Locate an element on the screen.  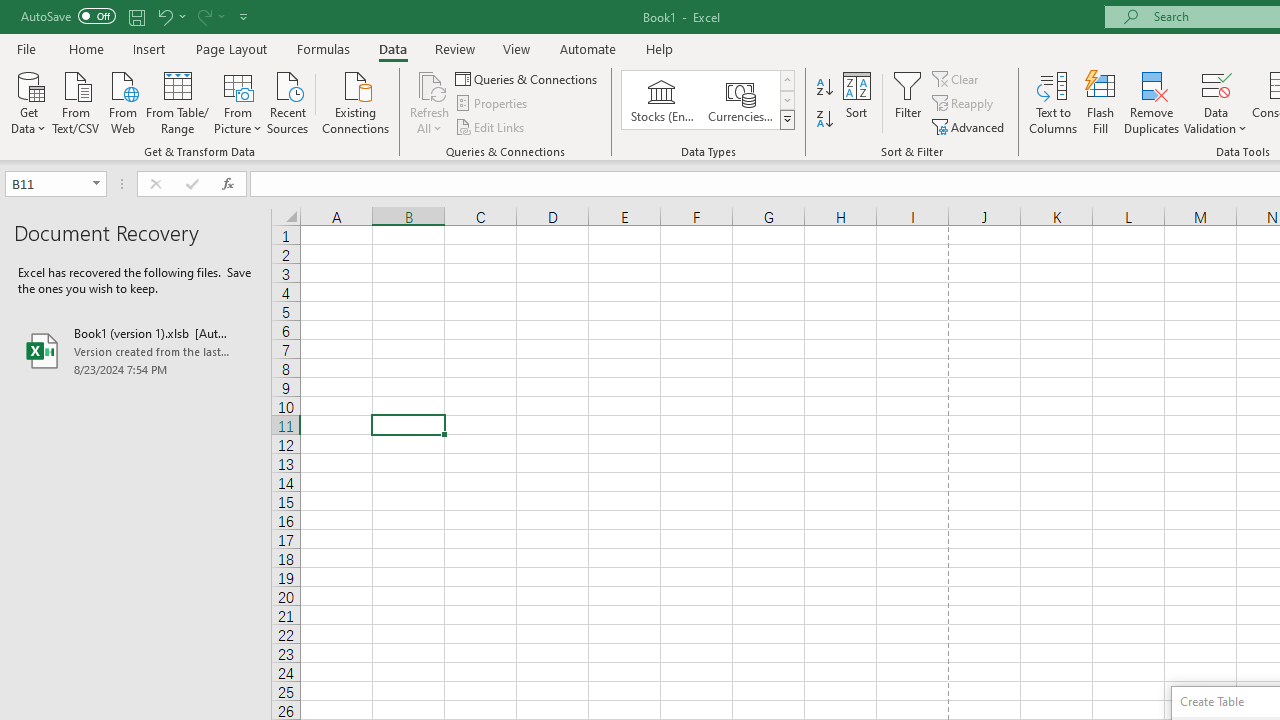
'Currencies (English)' is located at coordinates (739, 100).